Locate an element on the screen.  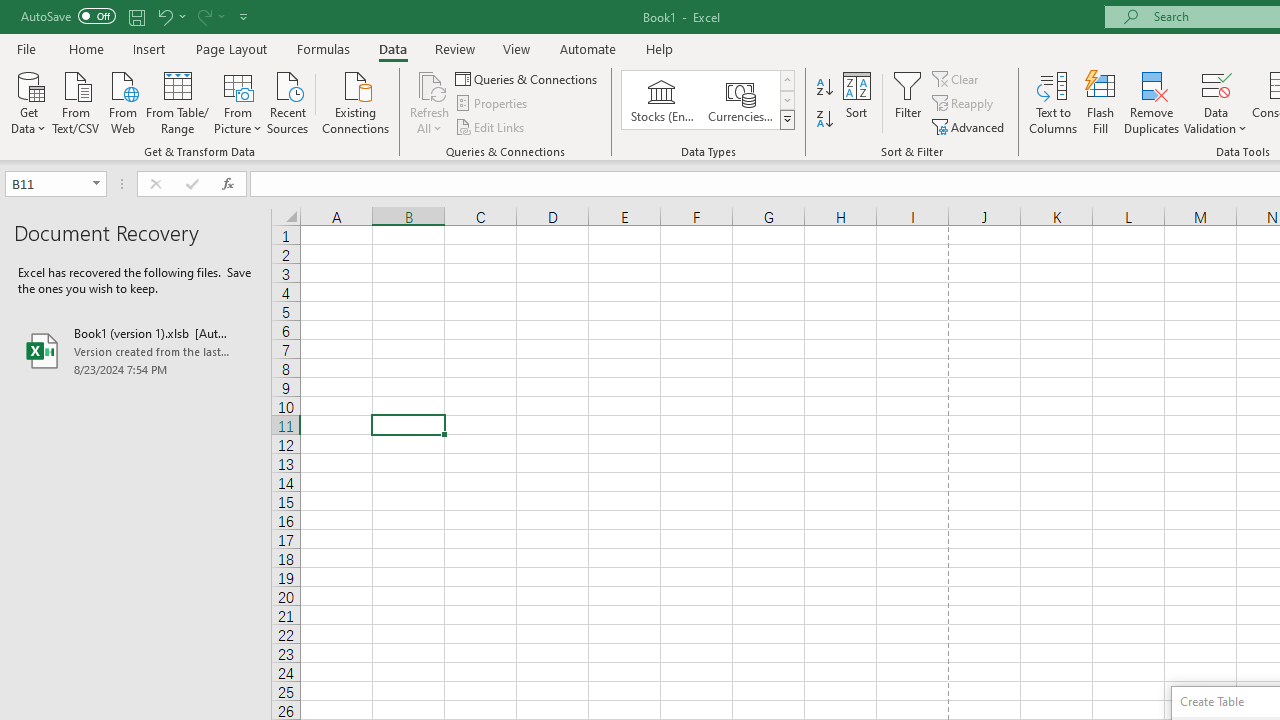
'Currencies (English)' is located at coordinates (739, 100).